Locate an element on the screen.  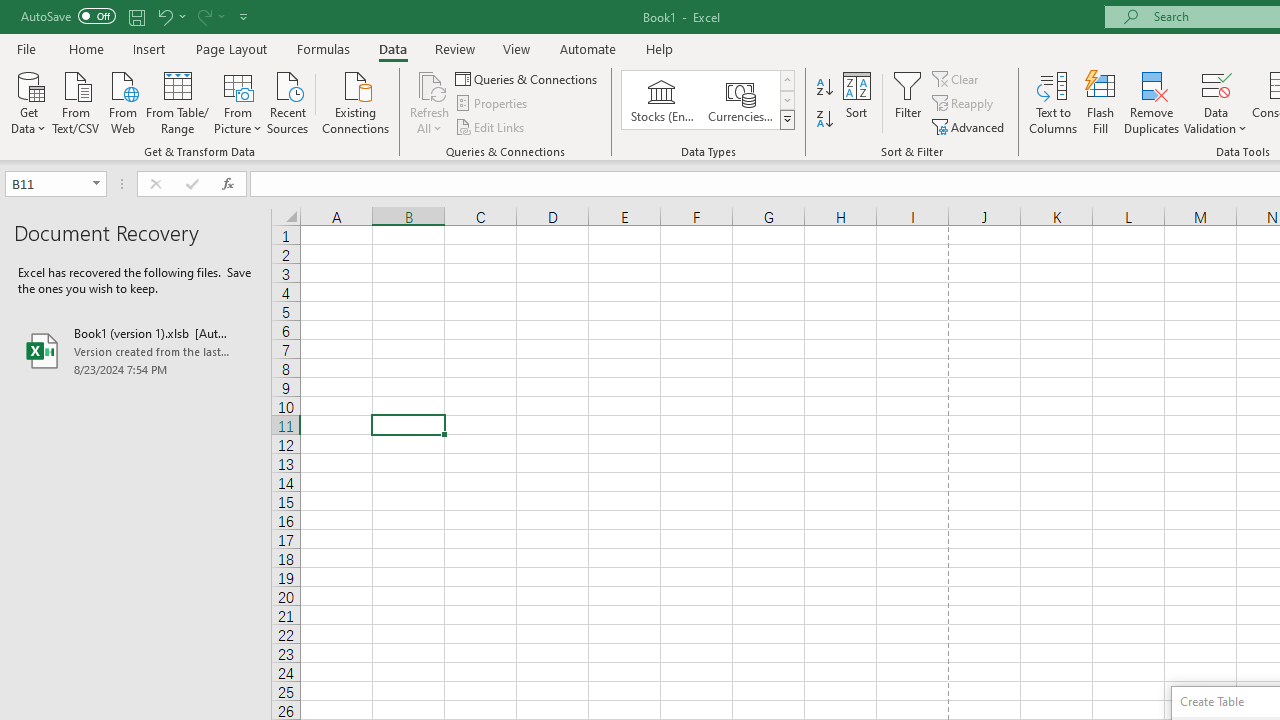
'Currencies (English)' is located at coordinates (739, 100).